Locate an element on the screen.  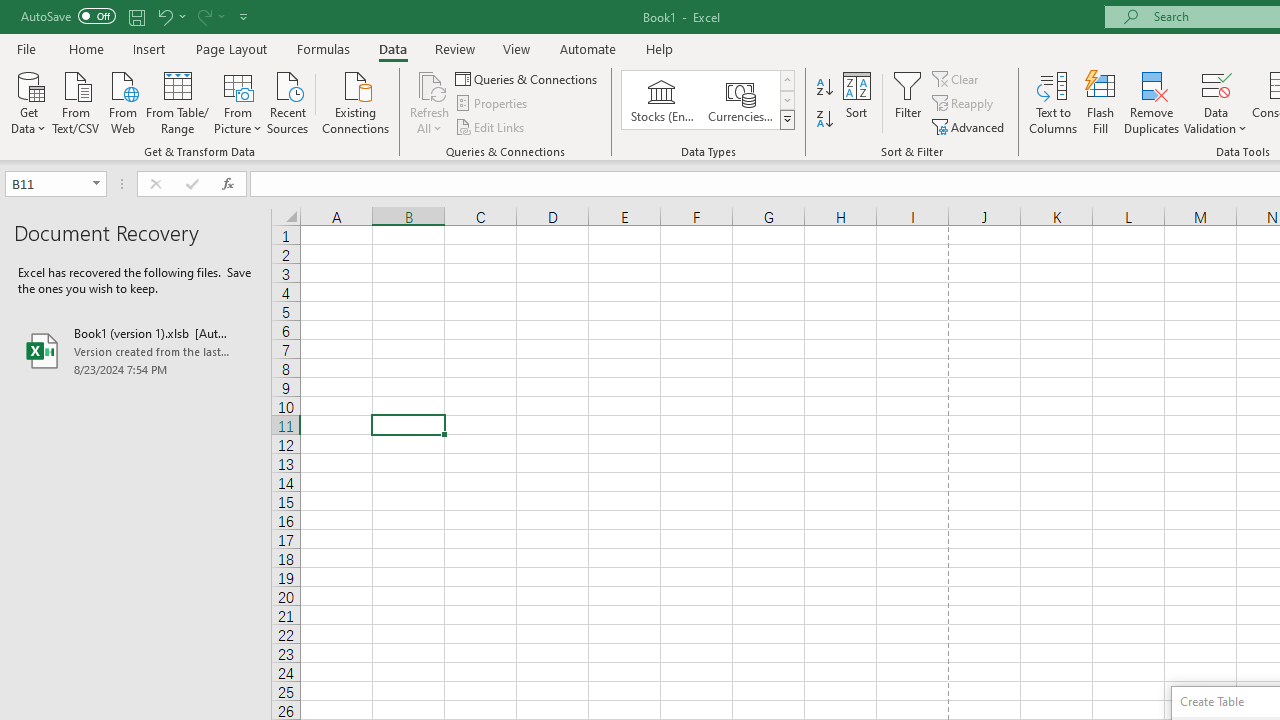
'Currencies (English)' is located at coordinates (739, 100).